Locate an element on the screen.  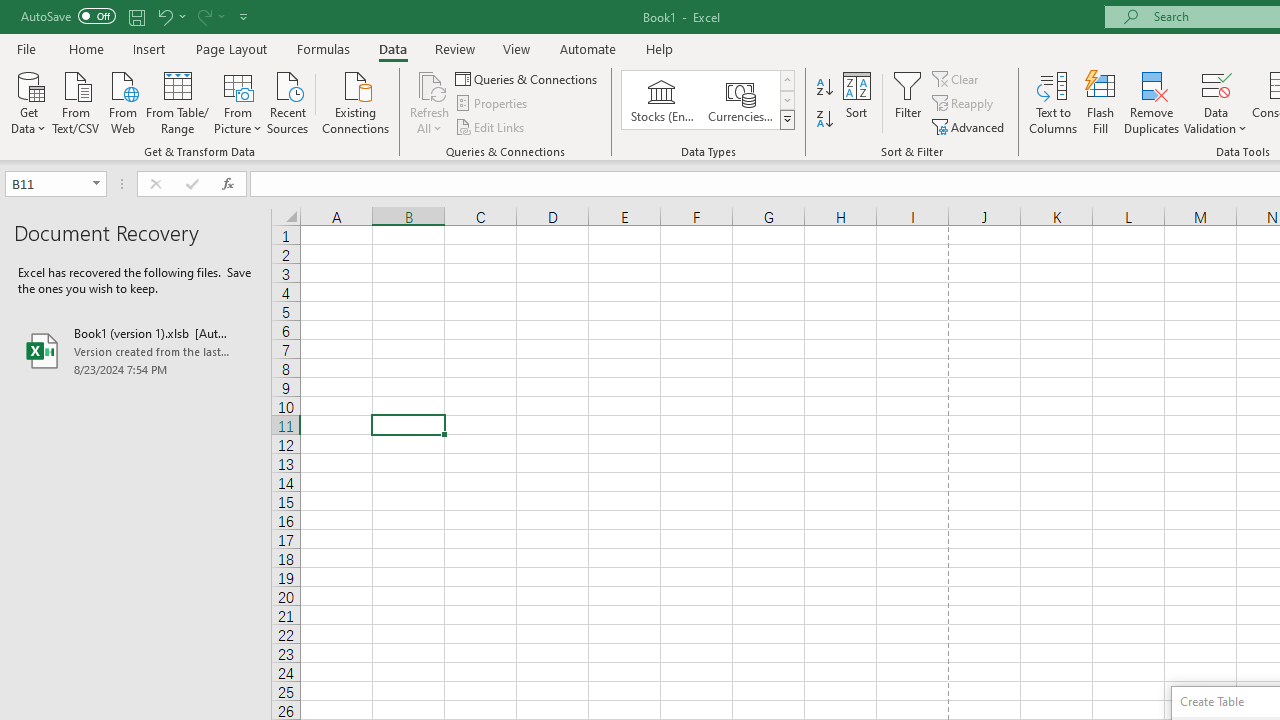
'Currencies (English)' is located at coordinates (739, 100).